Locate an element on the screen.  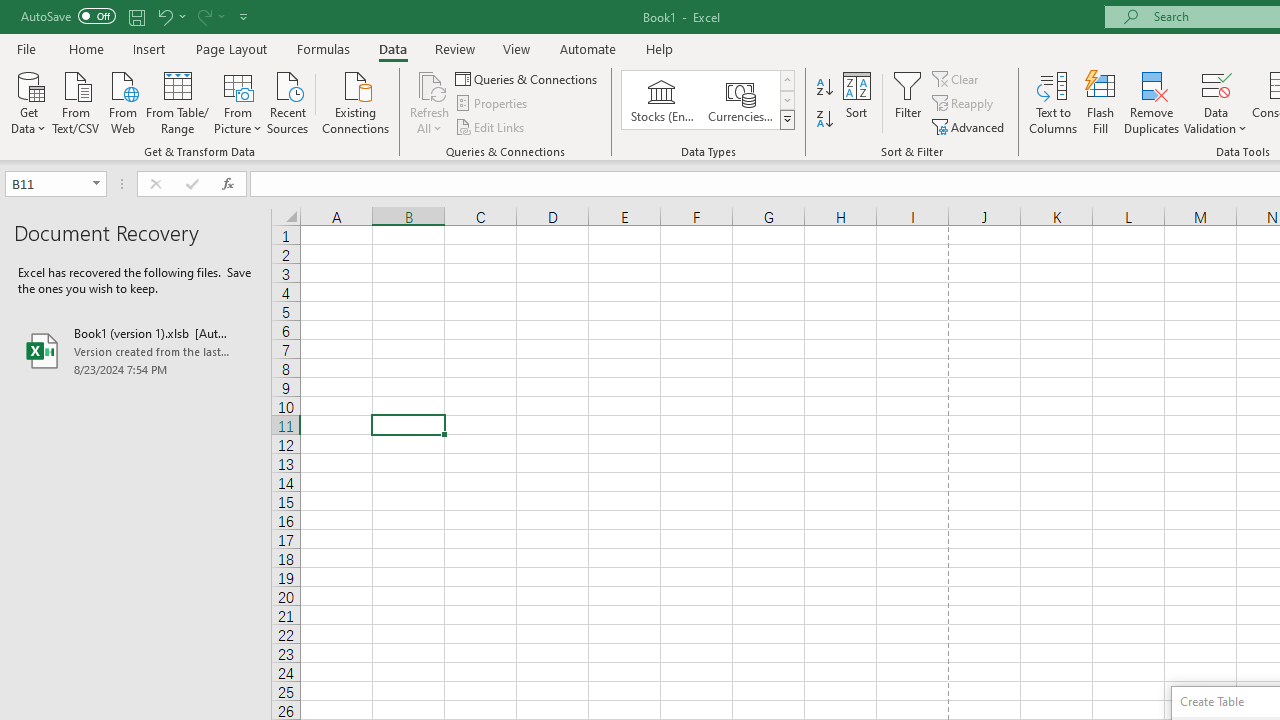
'Currencies (English)' is located at coordinates (739, 100).